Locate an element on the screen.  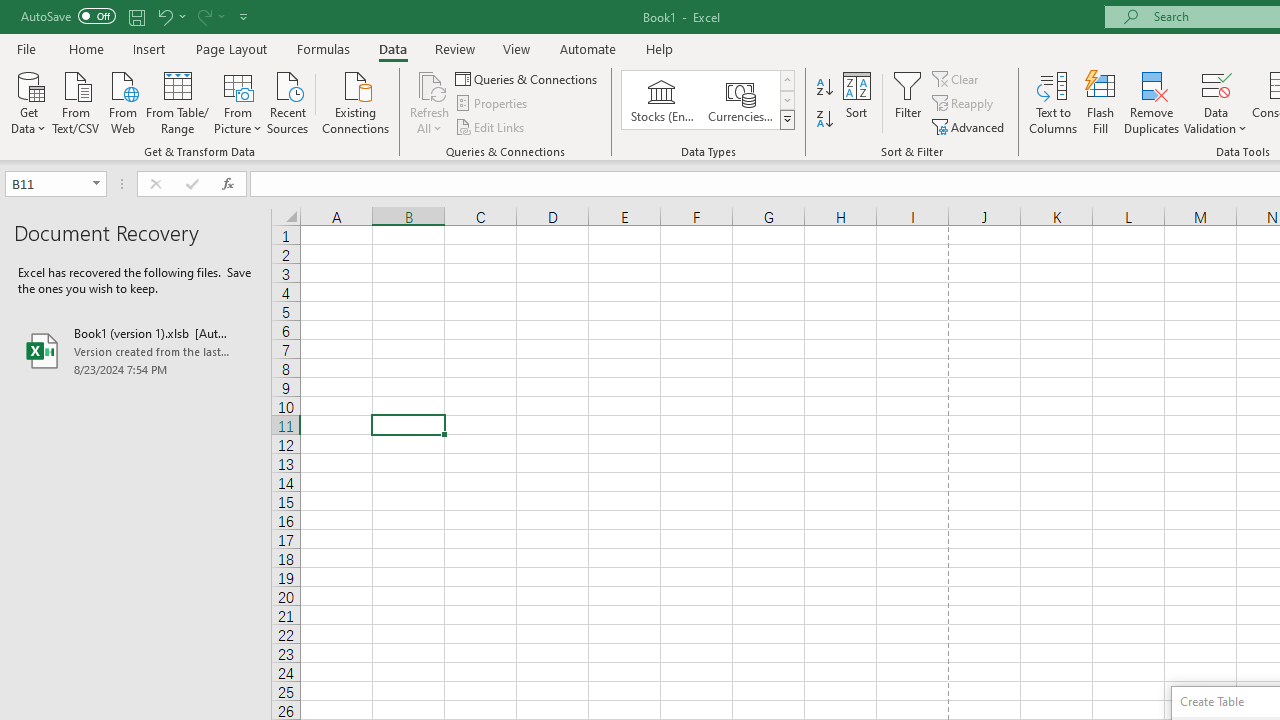
'Currencies (English)' is located at coordinates (739, 100).